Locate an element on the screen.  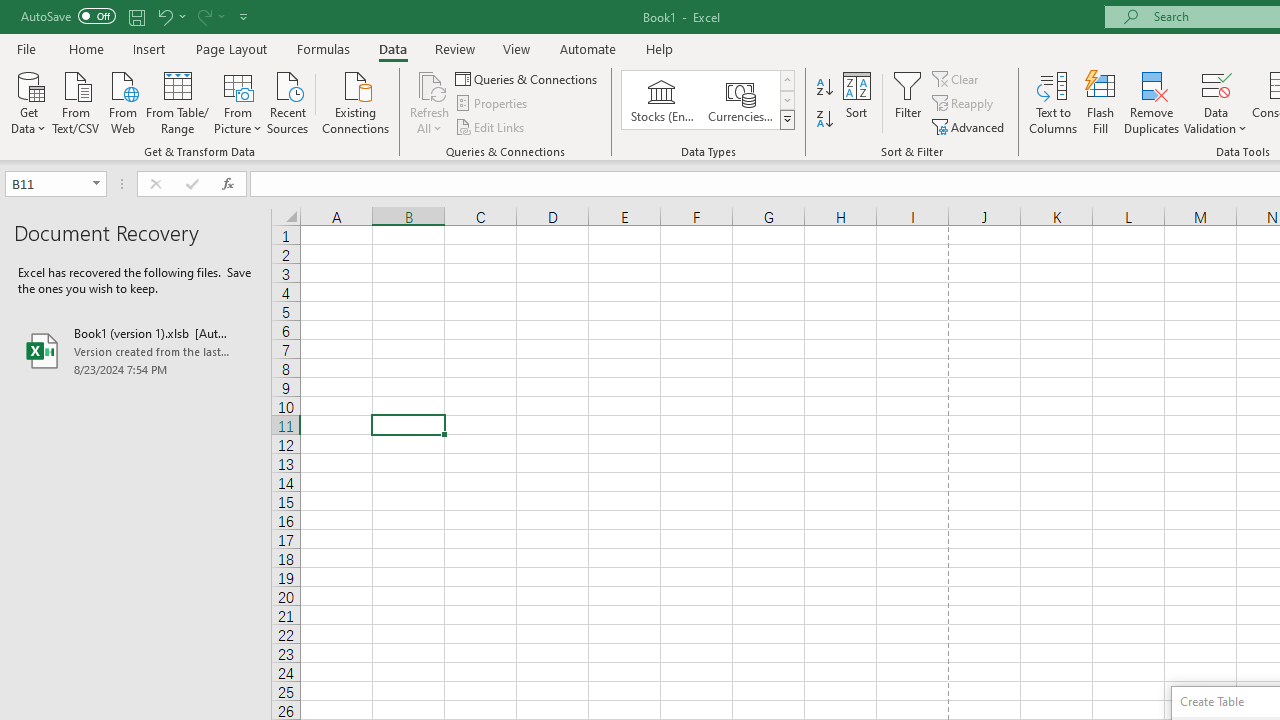
'Currencies (English)' is located at coordinates (739, 100).